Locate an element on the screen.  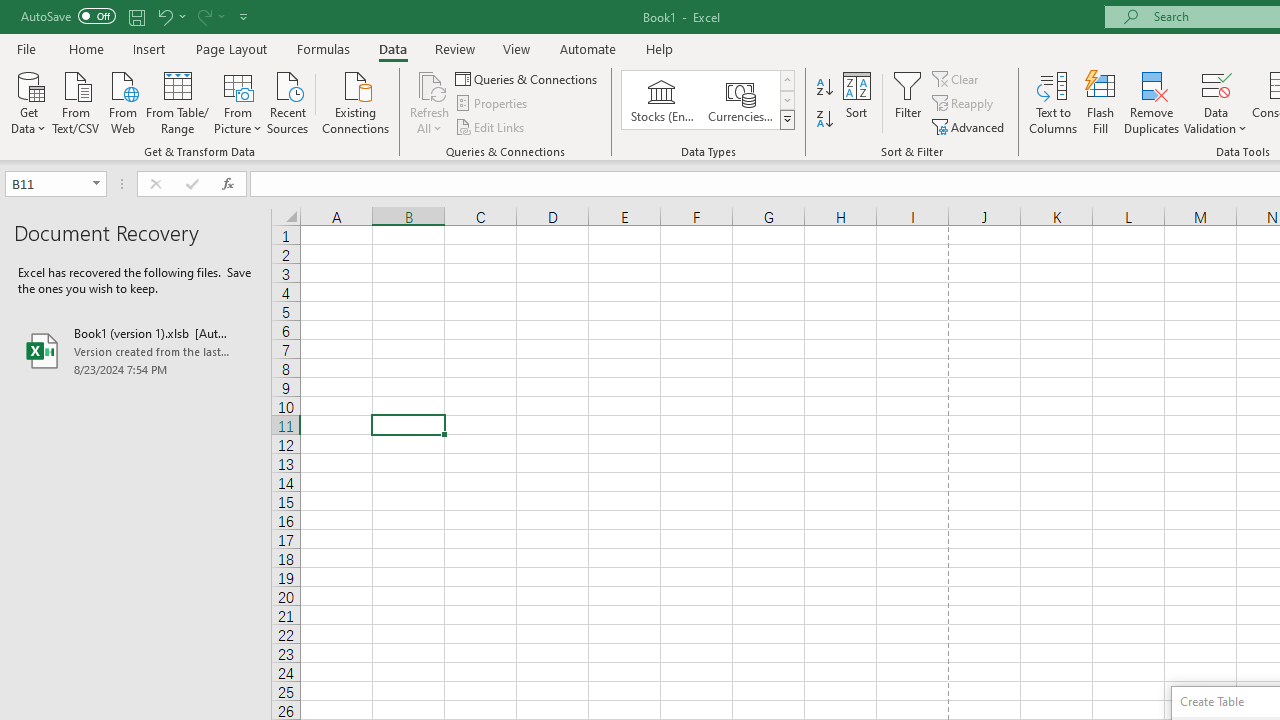
'Currencies (English)' is located at coordinates (739, 100).